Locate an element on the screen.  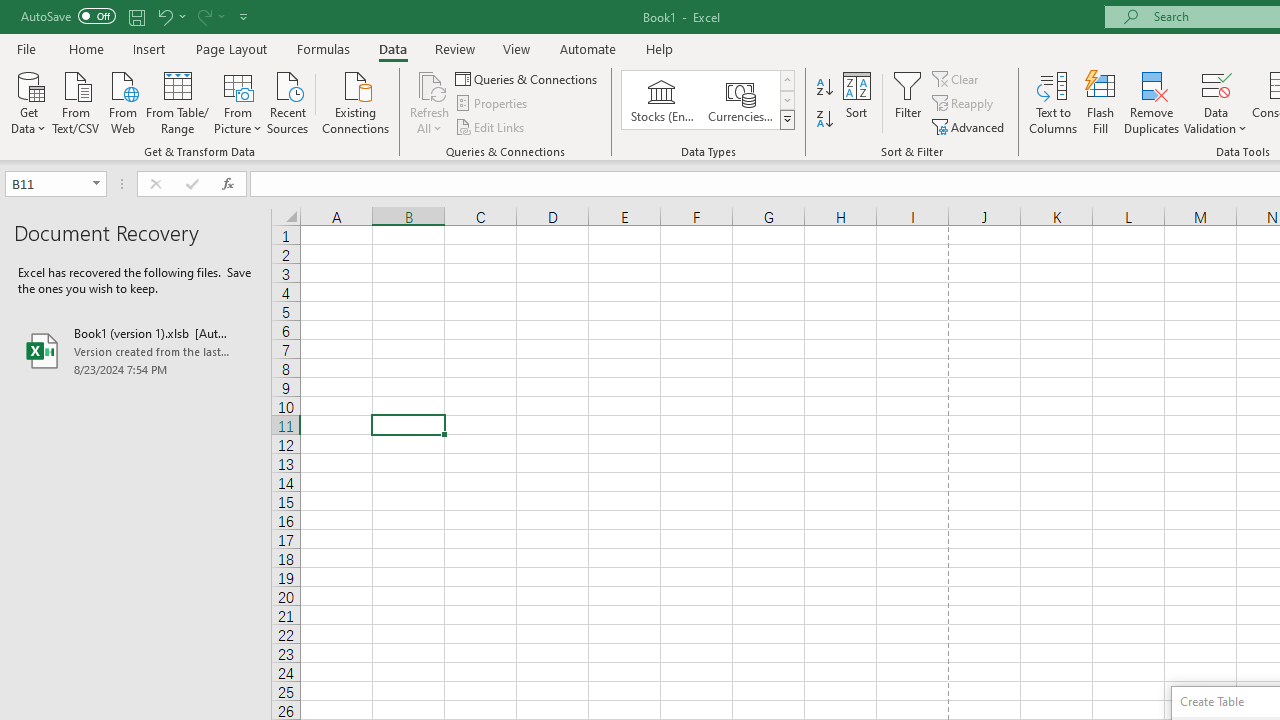
'Currencies (English)' is located at coordinates (739, 100).